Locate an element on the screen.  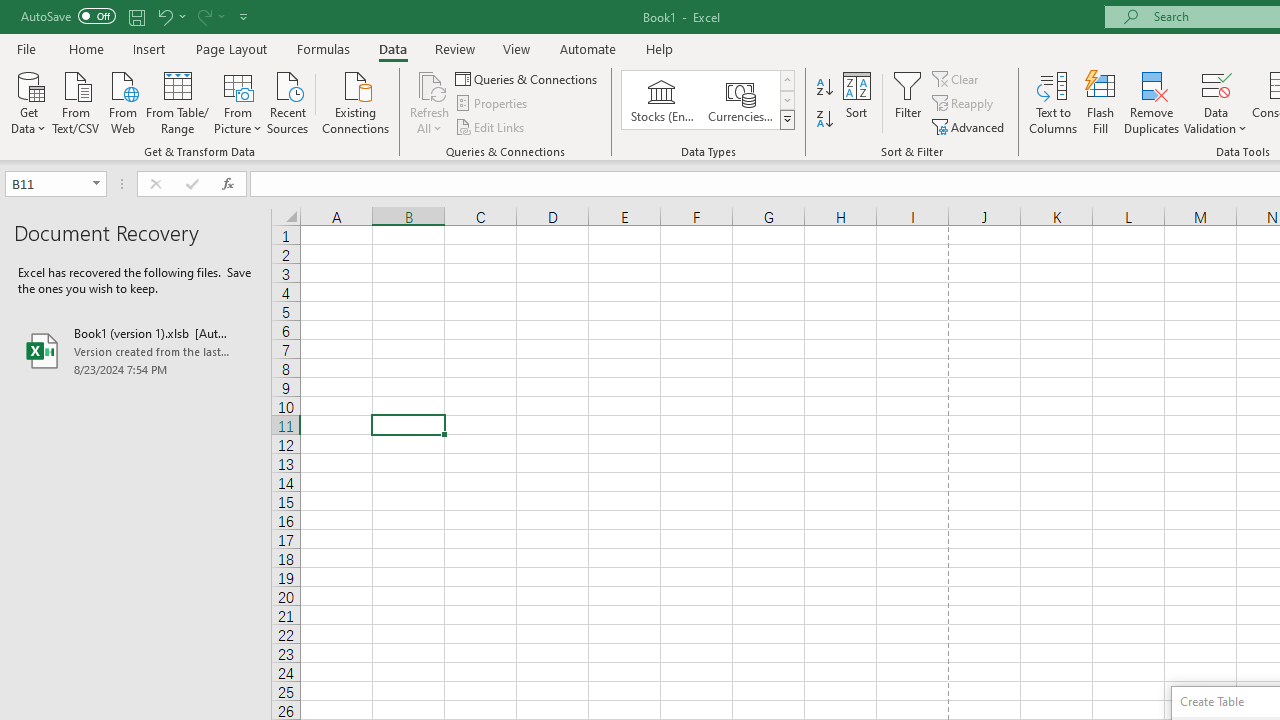
'Currencies (English)' is located at coordinates (739, 100).